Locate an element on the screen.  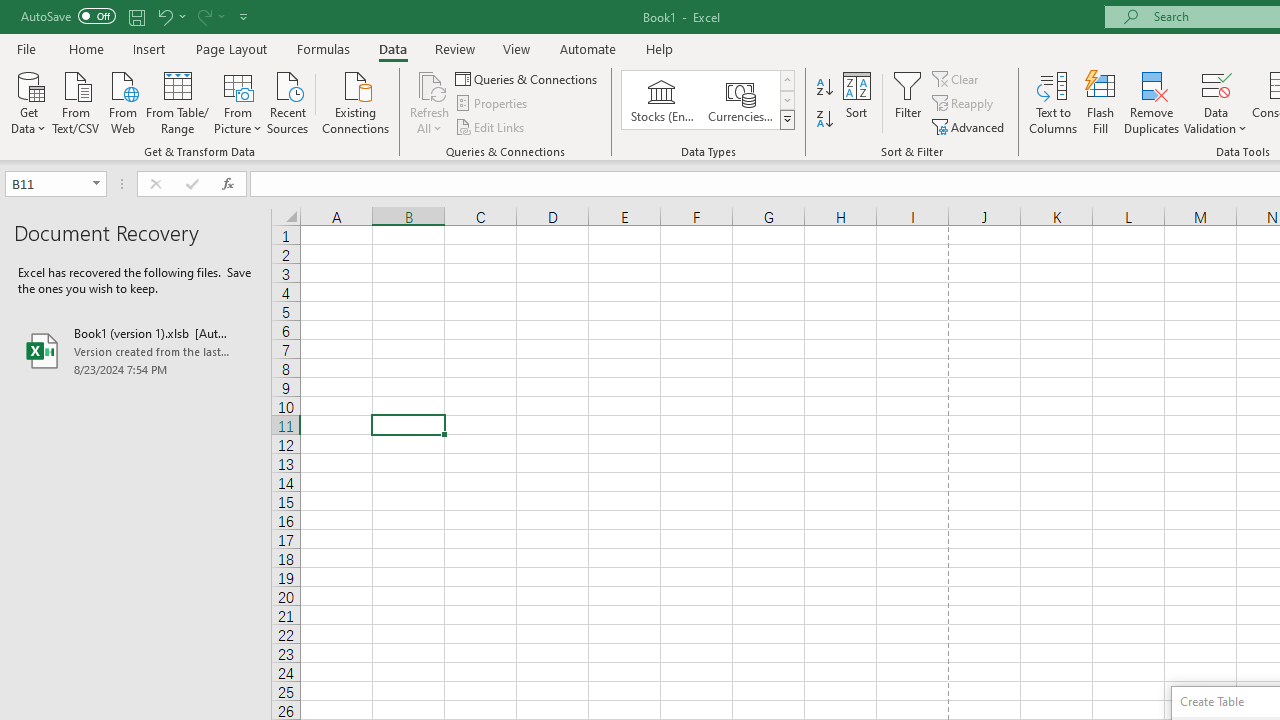
'Currencies (English)' is located at coordinates (739, 100).